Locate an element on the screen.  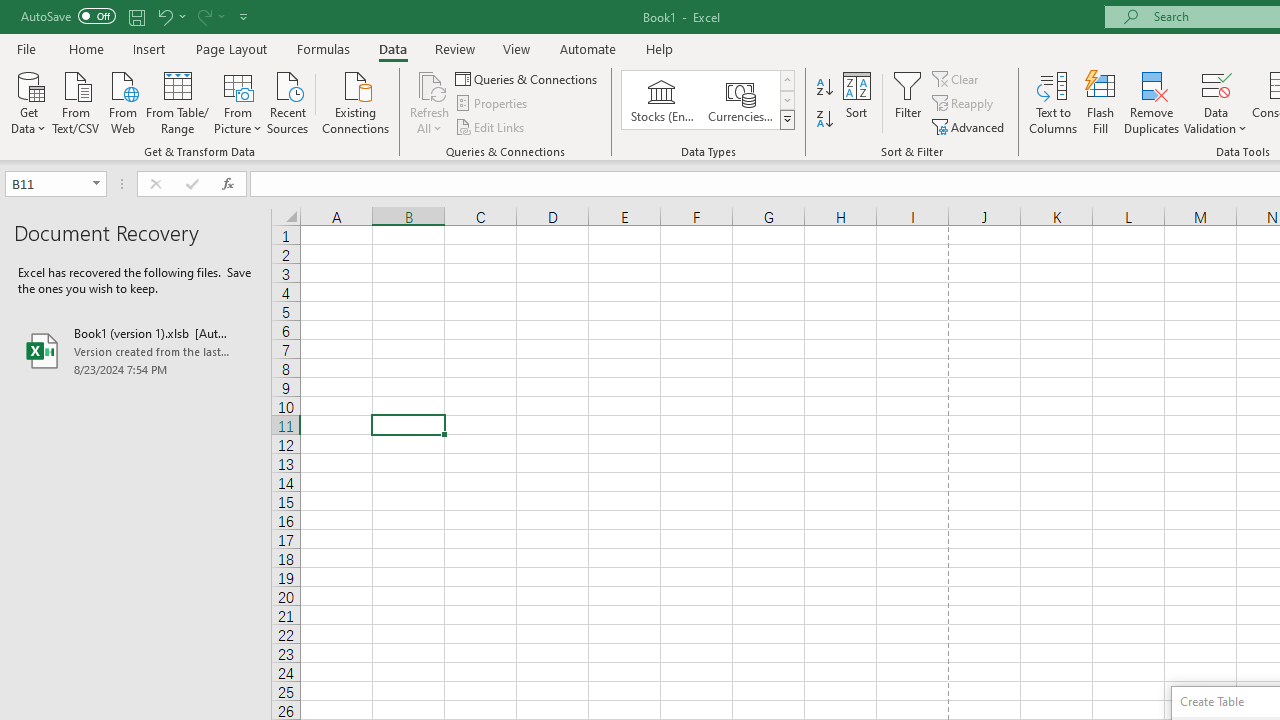
'Currencies (English)' is located at coordinates (739, 100).